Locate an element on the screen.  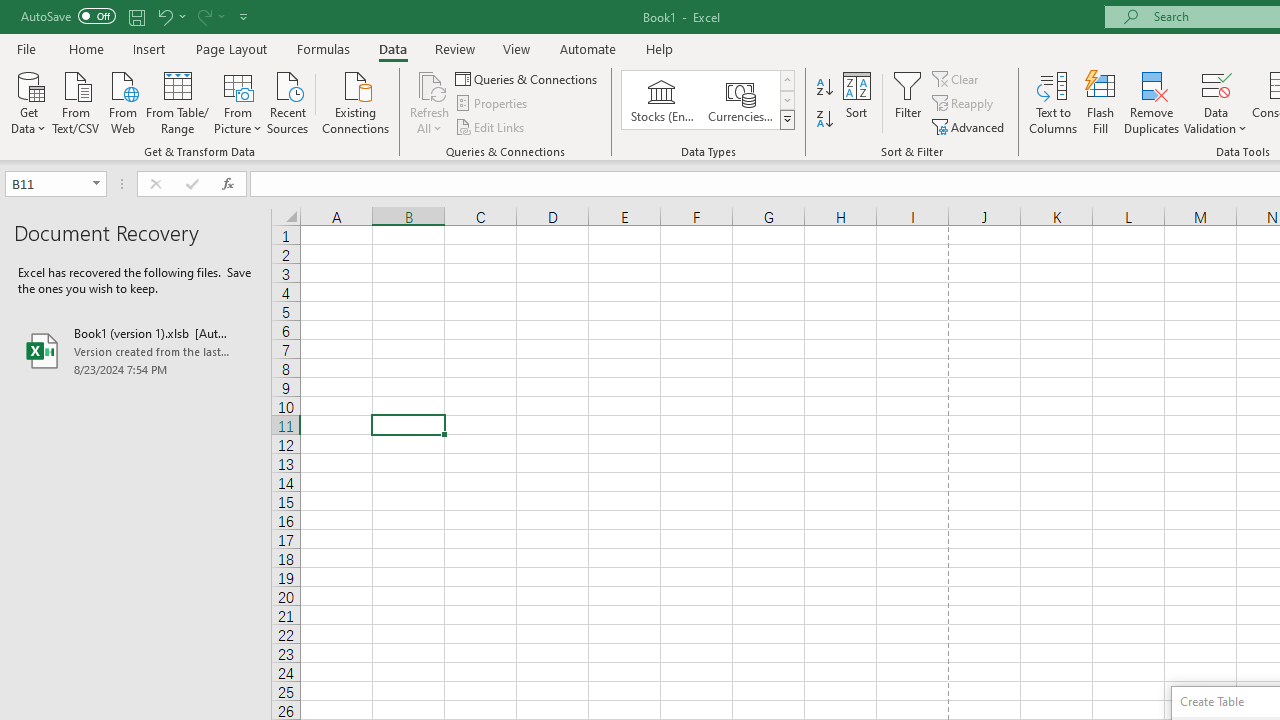
'Currencies (English)' is located at coordinates (739, 100).